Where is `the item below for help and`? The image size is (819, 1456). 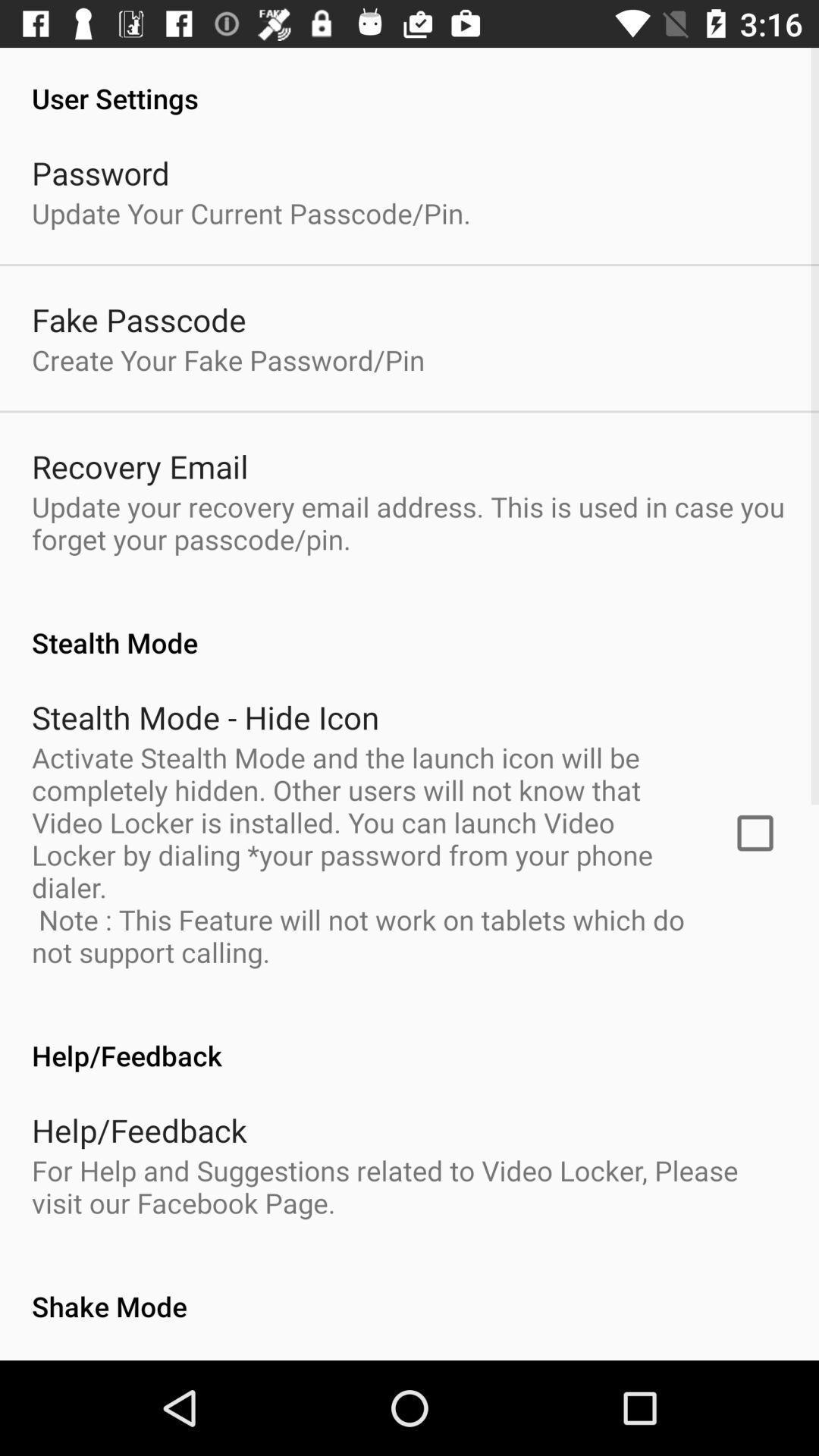 the item below for help and is located at coordinates (409, 1289).